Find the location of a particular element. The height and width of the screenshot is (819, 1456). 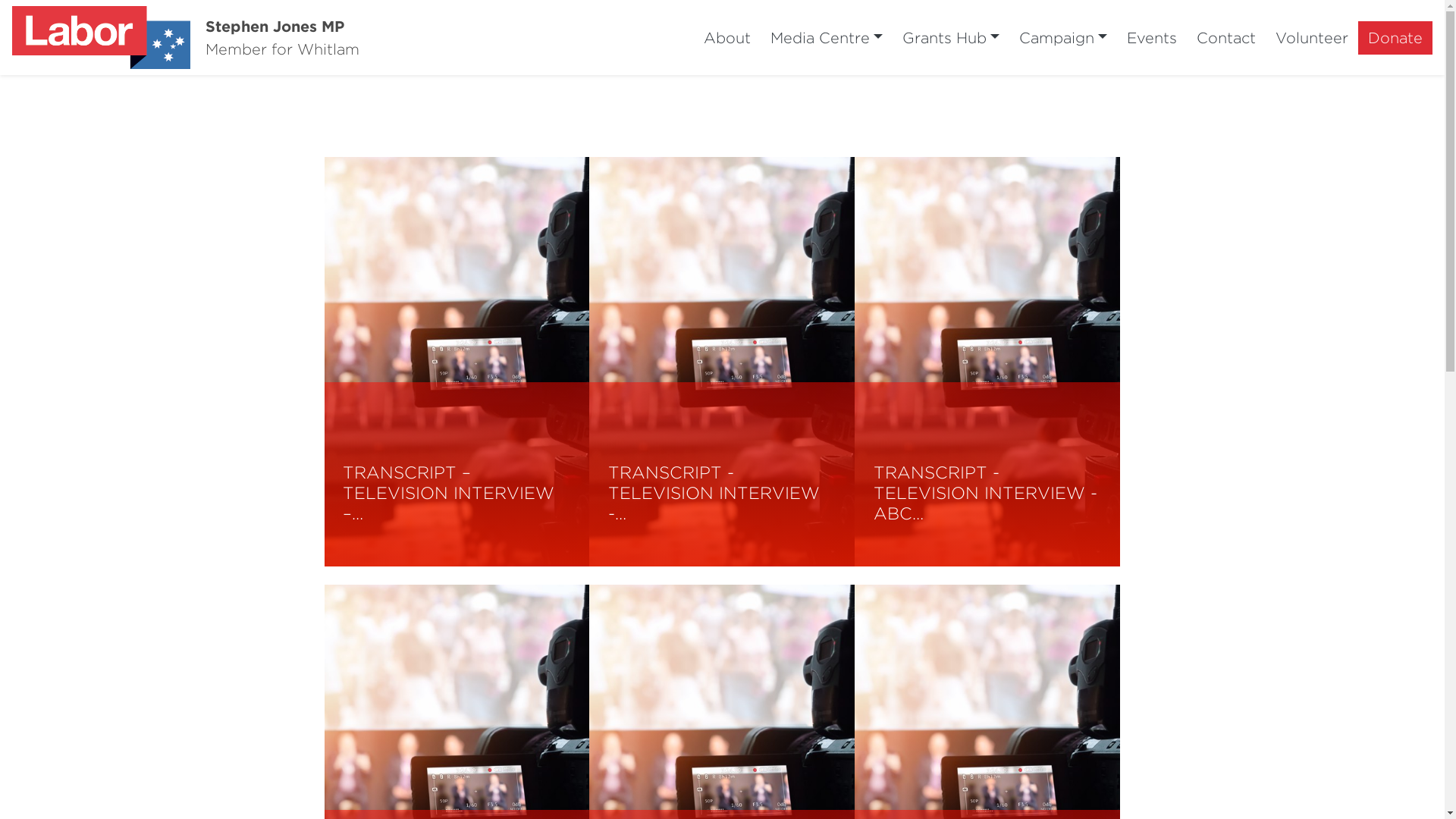

'Contact' is located at coordinates (1226, 37).